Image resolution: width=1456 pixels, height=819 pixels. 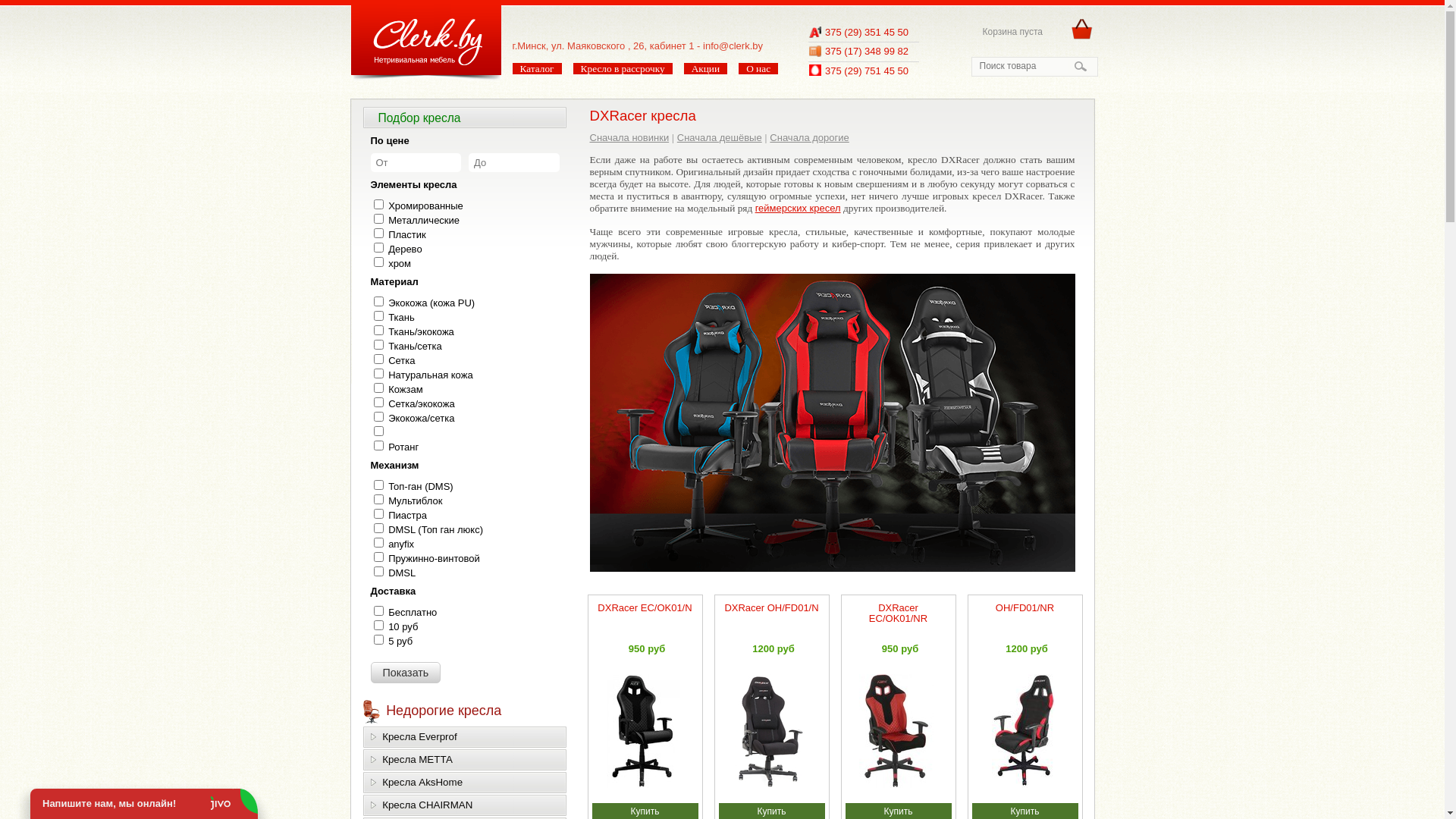 I want to click on '375 (29) 751 45 50', so click(x=824, y=71).